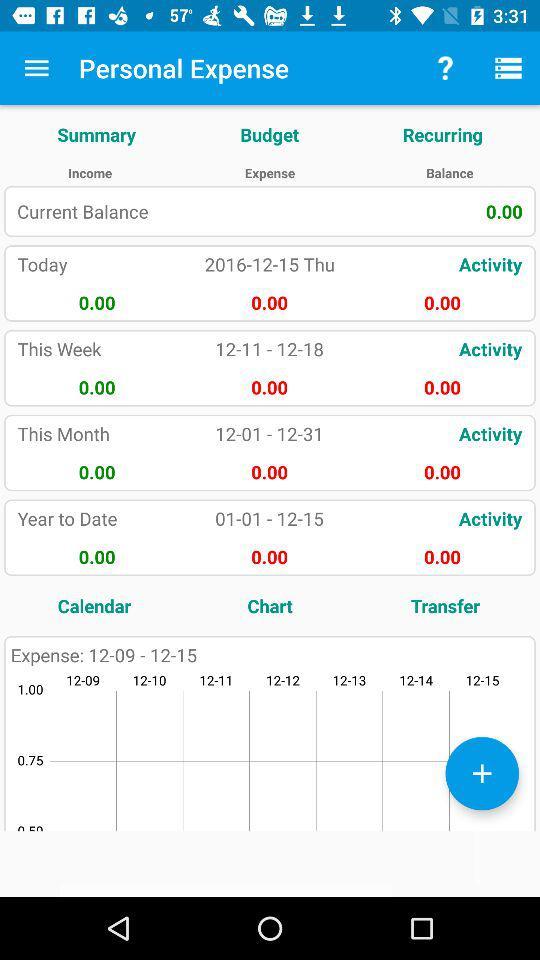  I want to click on budget item, so click(269, 133).